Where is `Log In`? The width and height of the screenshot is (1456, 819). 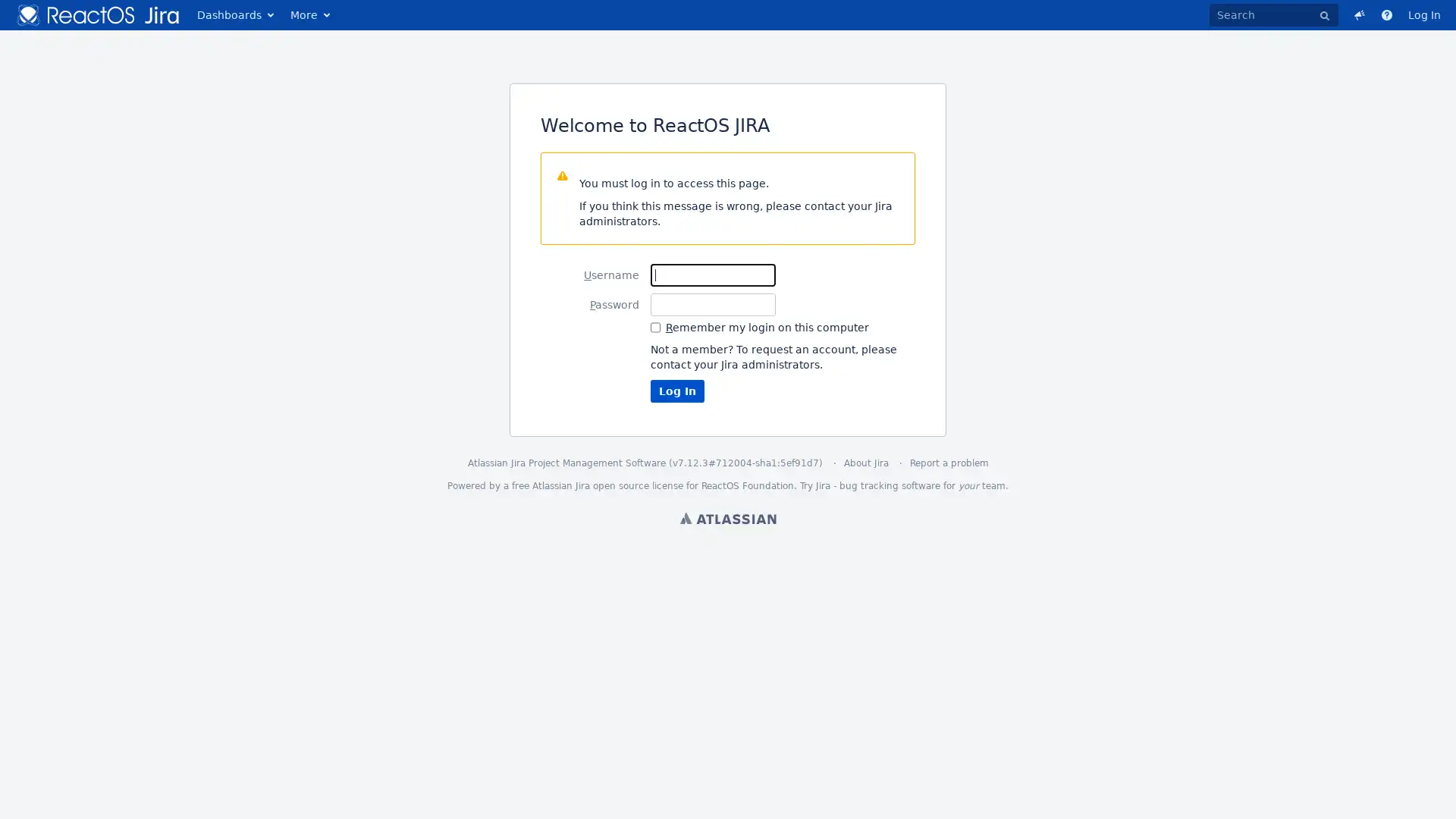 Log In is located at coordinates (676, 391).